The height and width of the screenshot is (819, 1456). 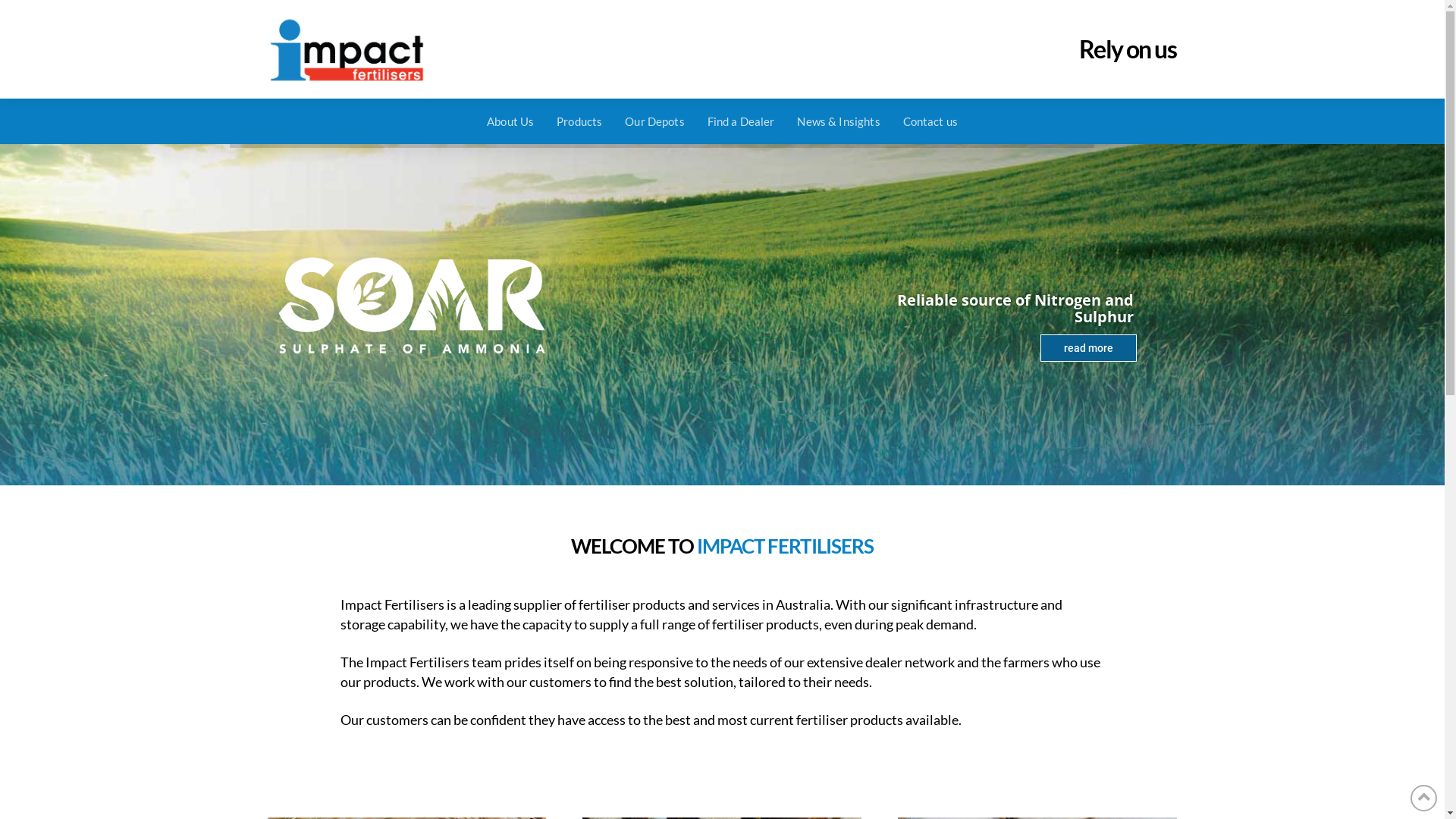 I want to click on 'About Us', so click(x=475, y=120).